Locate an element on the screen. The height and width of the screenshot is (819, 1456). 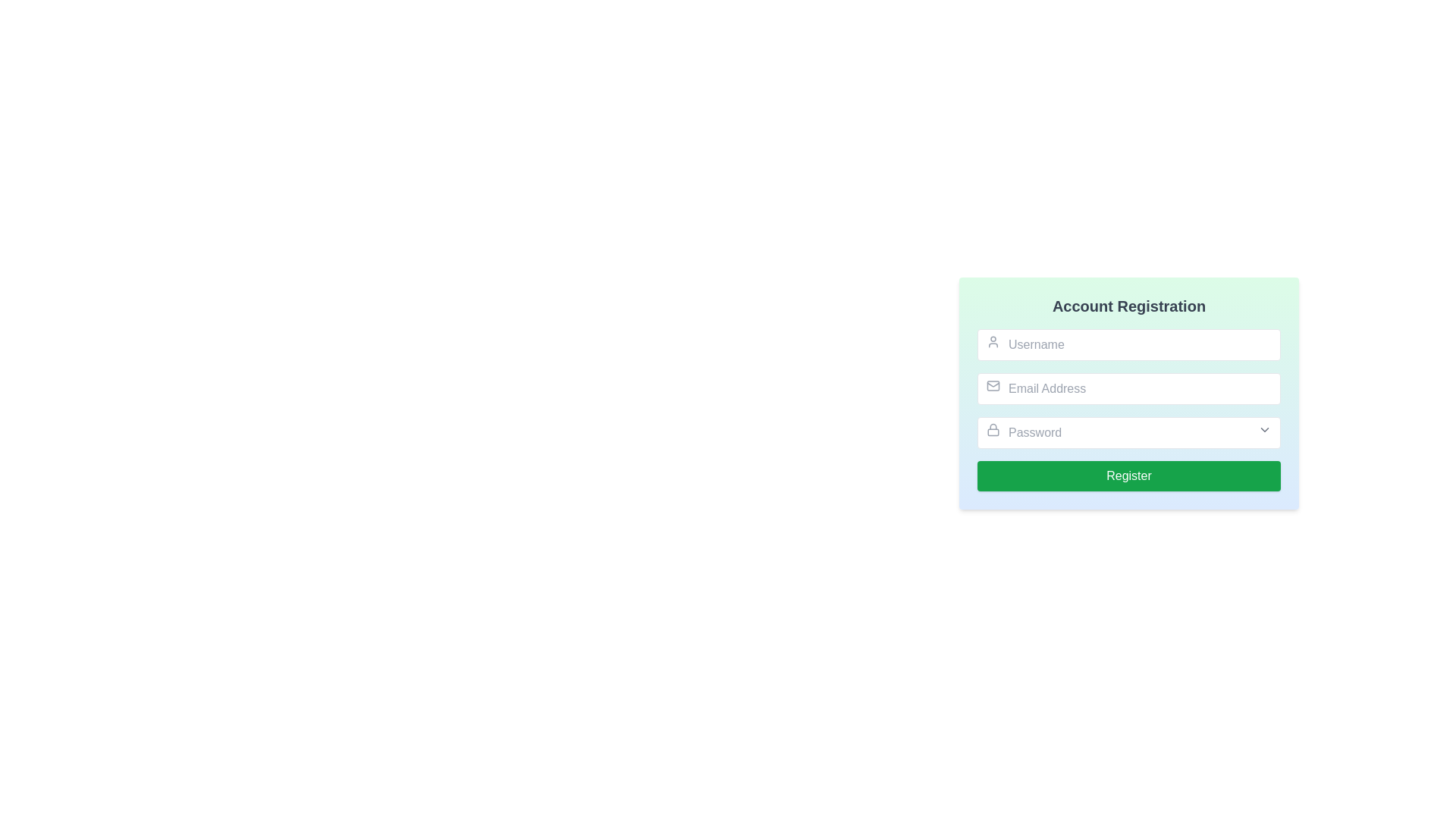
the text header labeled 'Account Registration', which is bold and large, displayed in dark gray on a light gradient background, centrally positioned above the input fields in the registration form is located at coordinates (1128, 306).